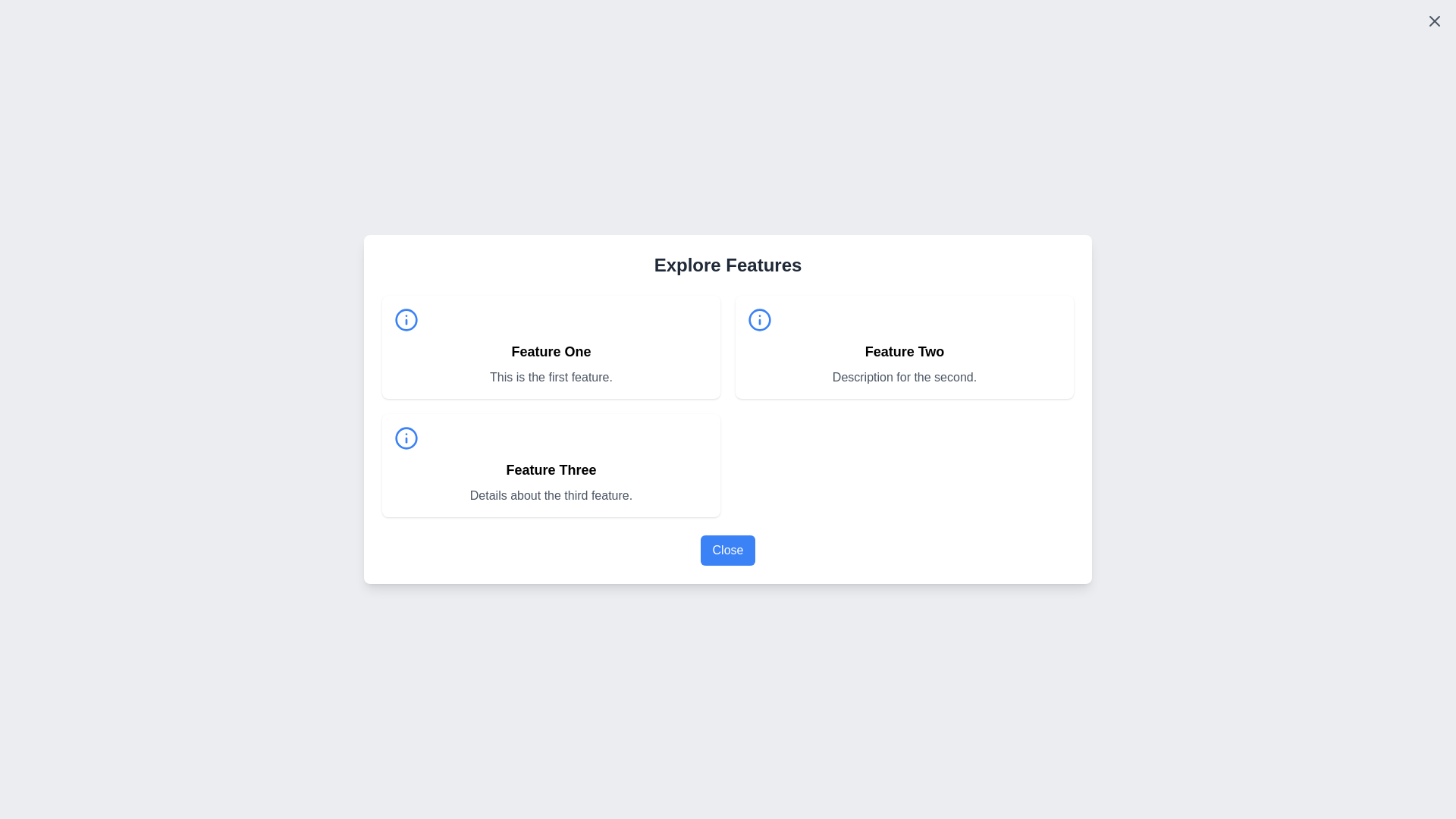 This screenshot has width=1456, height=819. What do you see at coordinates (760, 318) in the screenshot?
I see `the circle SVG shape indicating the 'Feature Two' panel in the top-right of the interface` at bounding box center [760, 318].